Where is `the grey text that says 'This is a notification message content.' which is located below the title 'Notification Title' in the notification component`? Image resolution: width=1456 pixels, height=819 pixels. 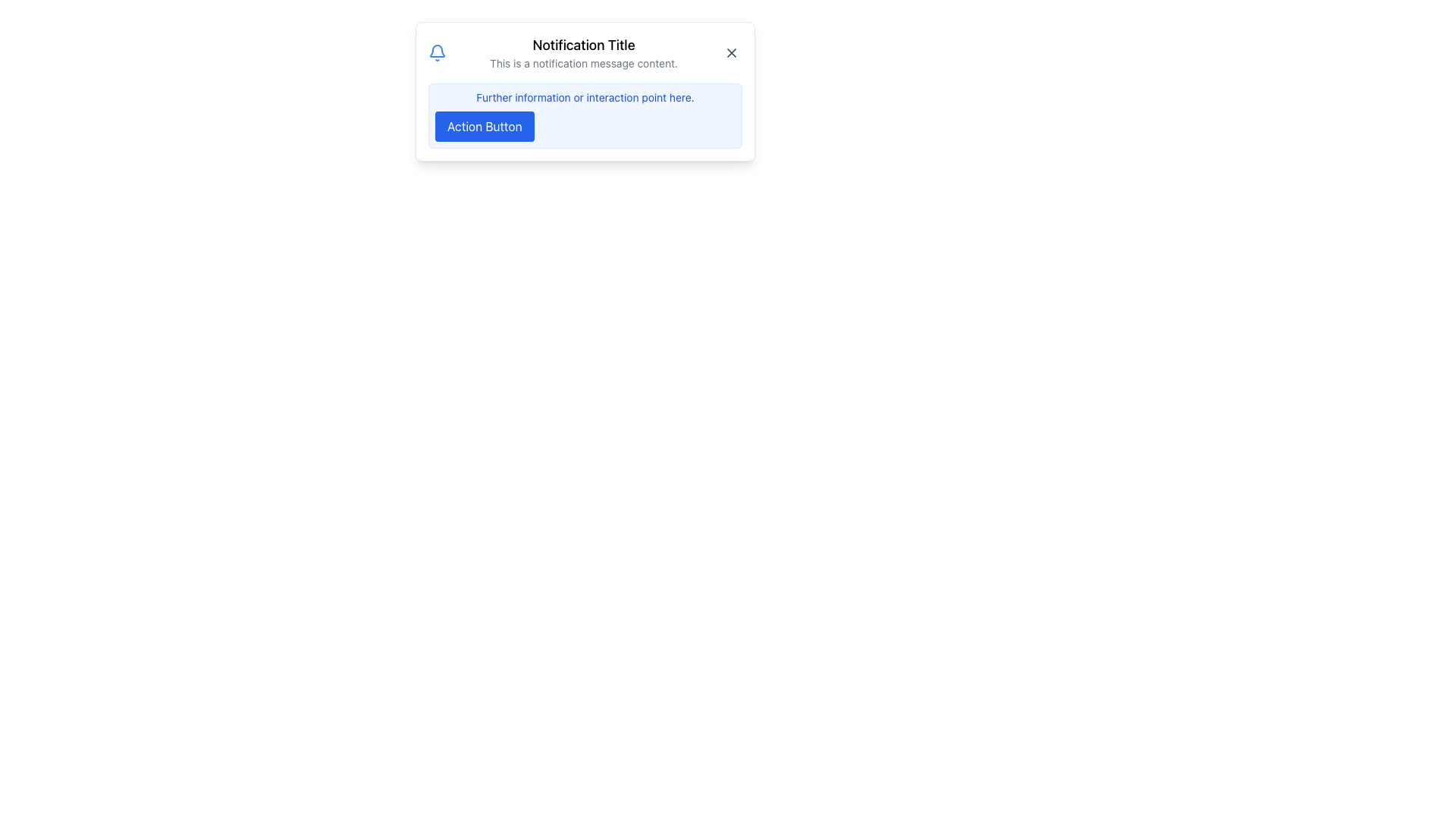
the grey text that says 'This is a notification message content.' which is located below the title 'Notification Title' in the notification component is located at coordinates (582, 63).